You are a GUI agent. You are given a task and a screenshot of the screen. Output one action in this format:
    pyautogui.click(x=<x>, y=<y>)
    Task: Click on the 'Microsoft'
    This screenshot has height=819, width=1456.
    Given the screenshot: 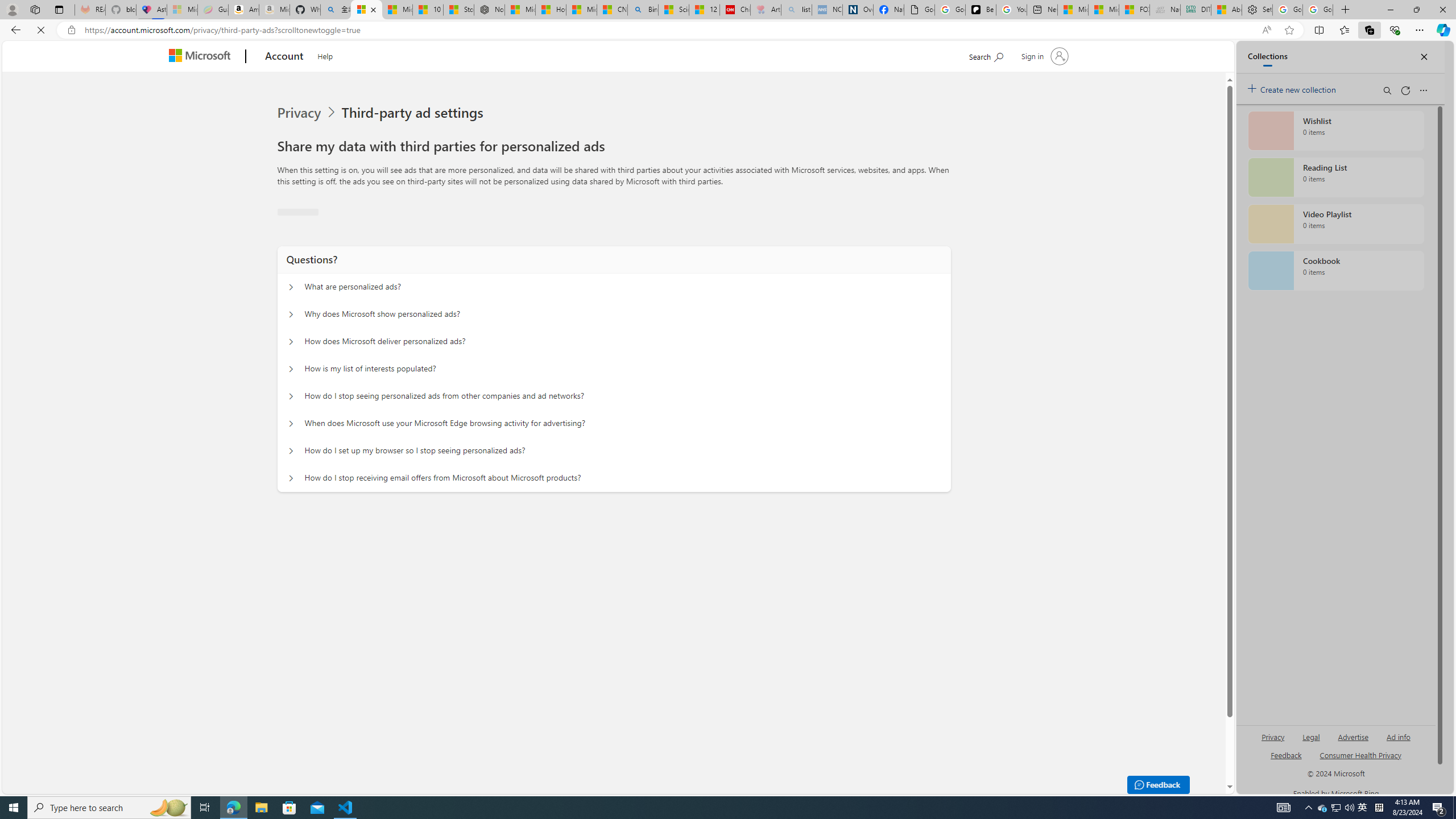 What is the action you would take?
    pyautogui.click(x=201, y=56)
    